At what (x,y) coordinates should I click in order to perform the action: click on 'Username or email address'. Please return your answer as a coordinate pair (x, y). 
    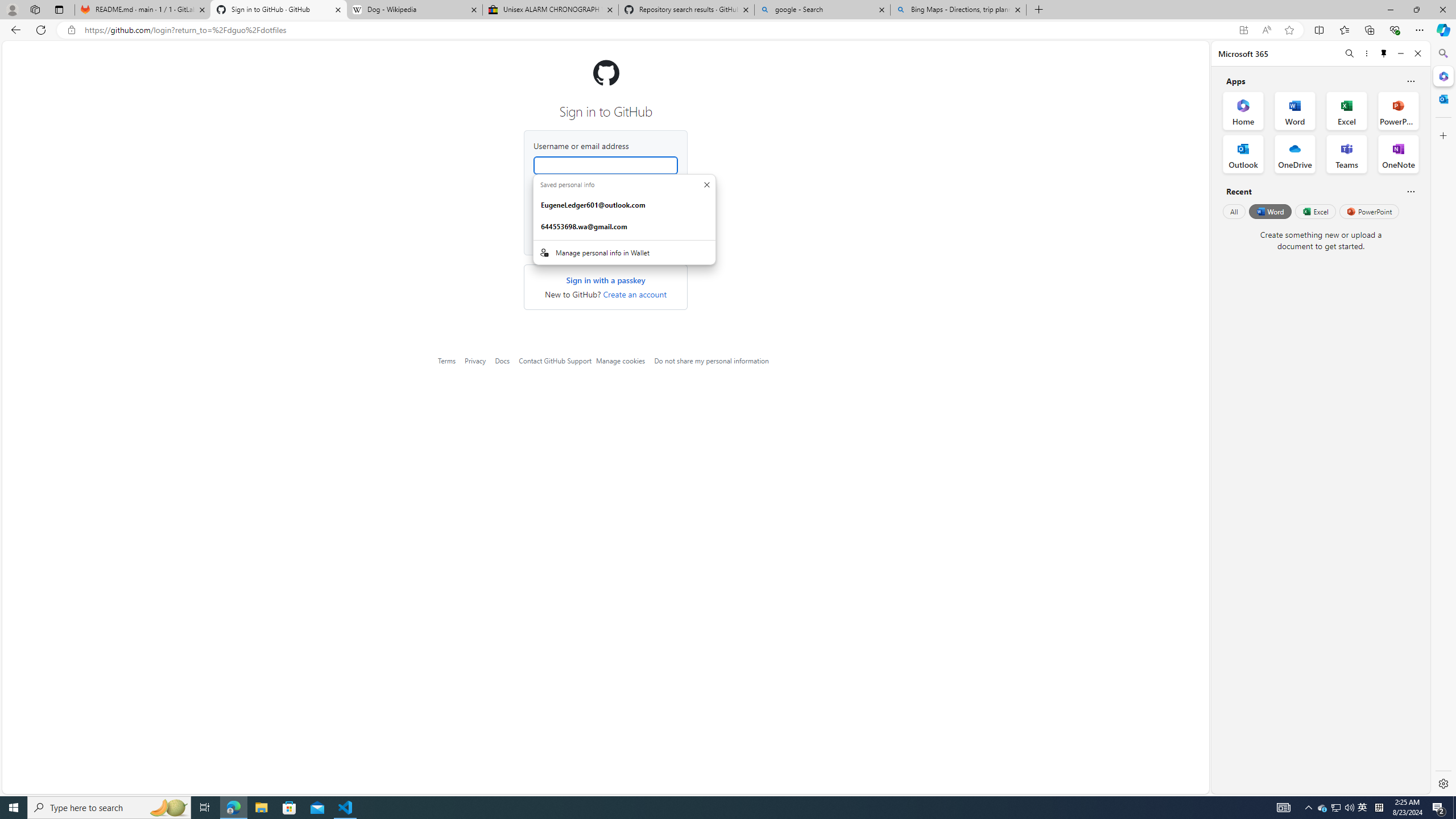
    Looking at the image, I should click on (605, 165).